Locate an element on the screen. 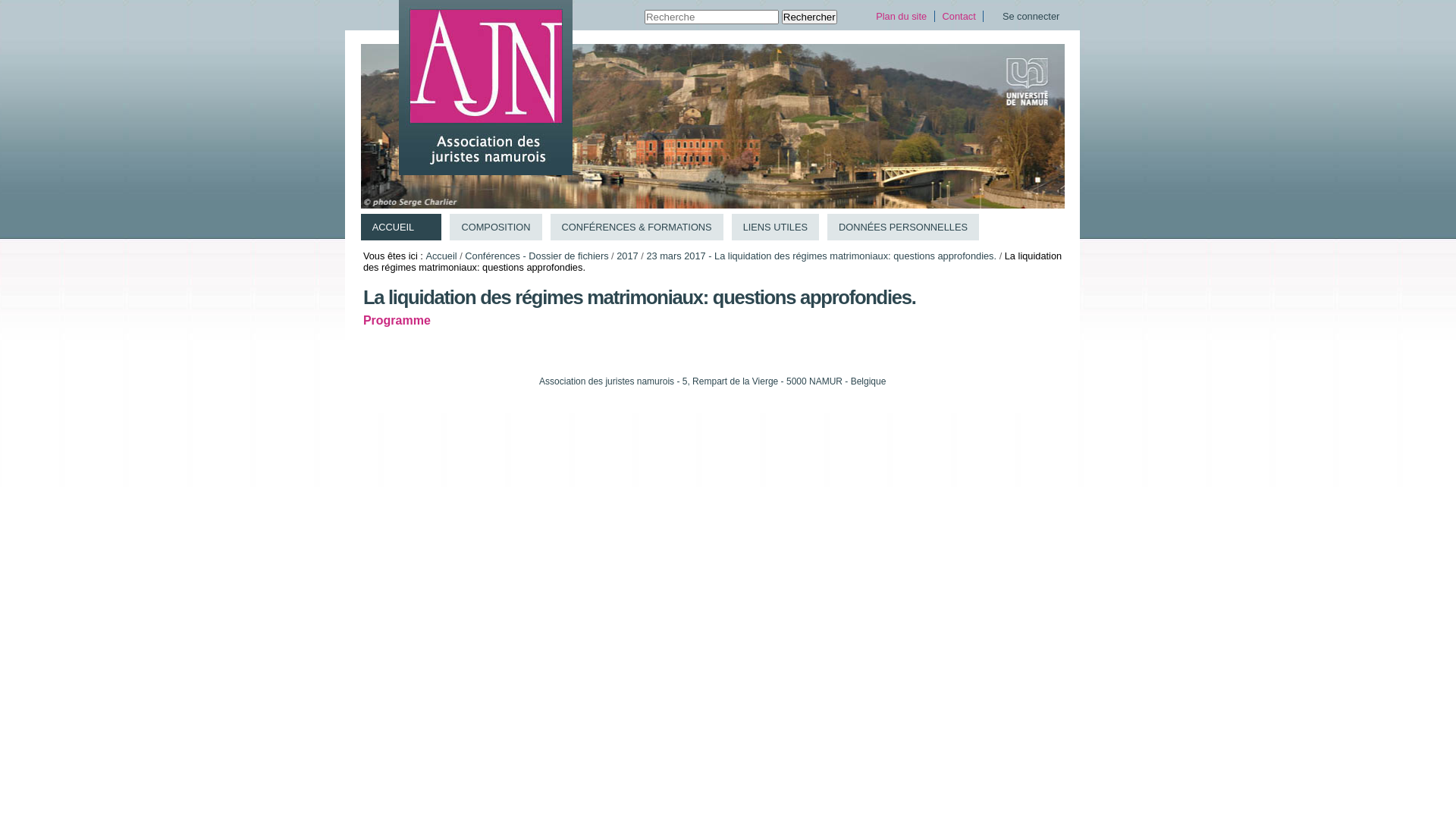 The image size is (1456, 819). '2017' is located at coordinates (626, 255).